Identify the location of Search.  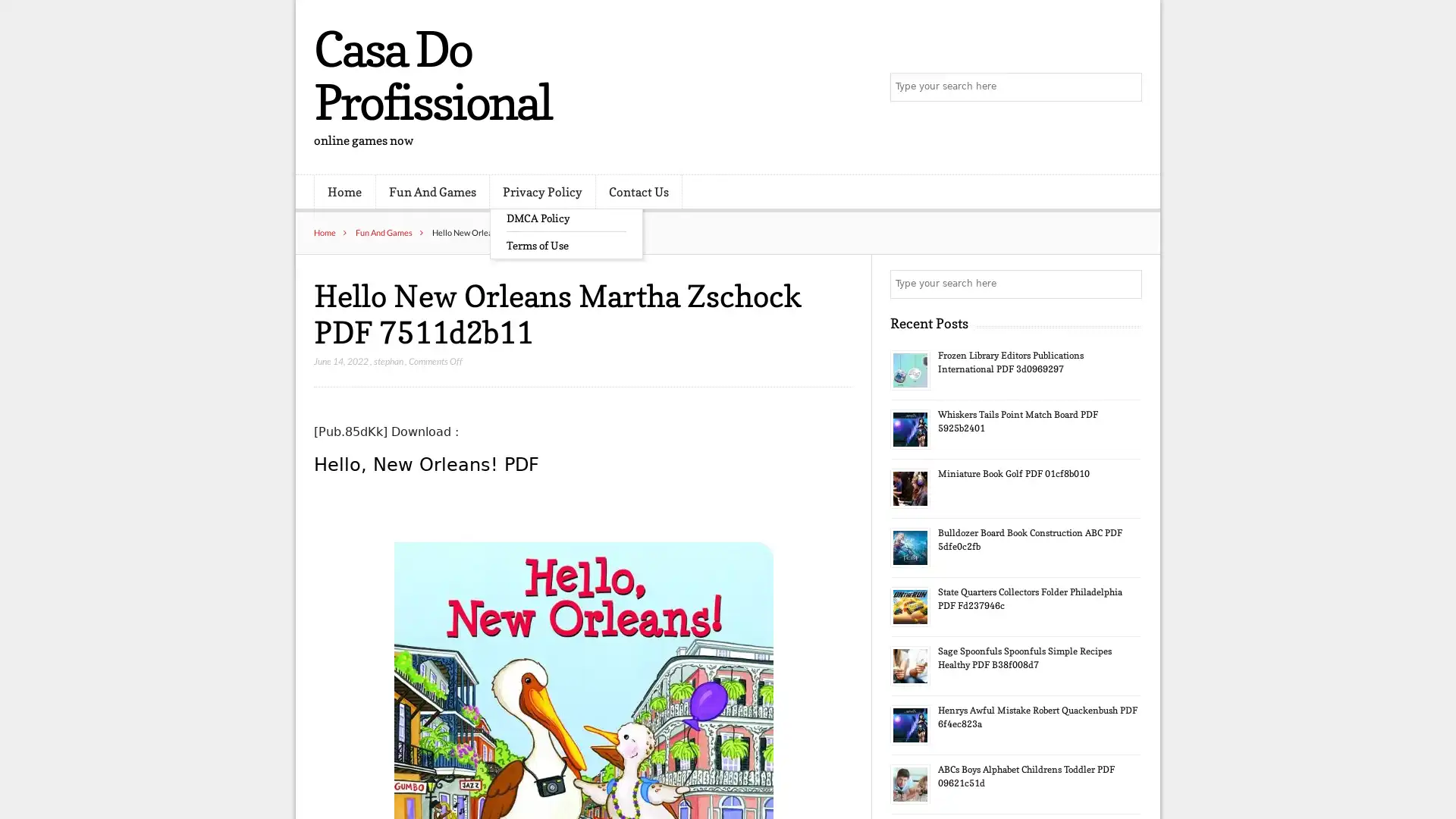
(1126, 87).